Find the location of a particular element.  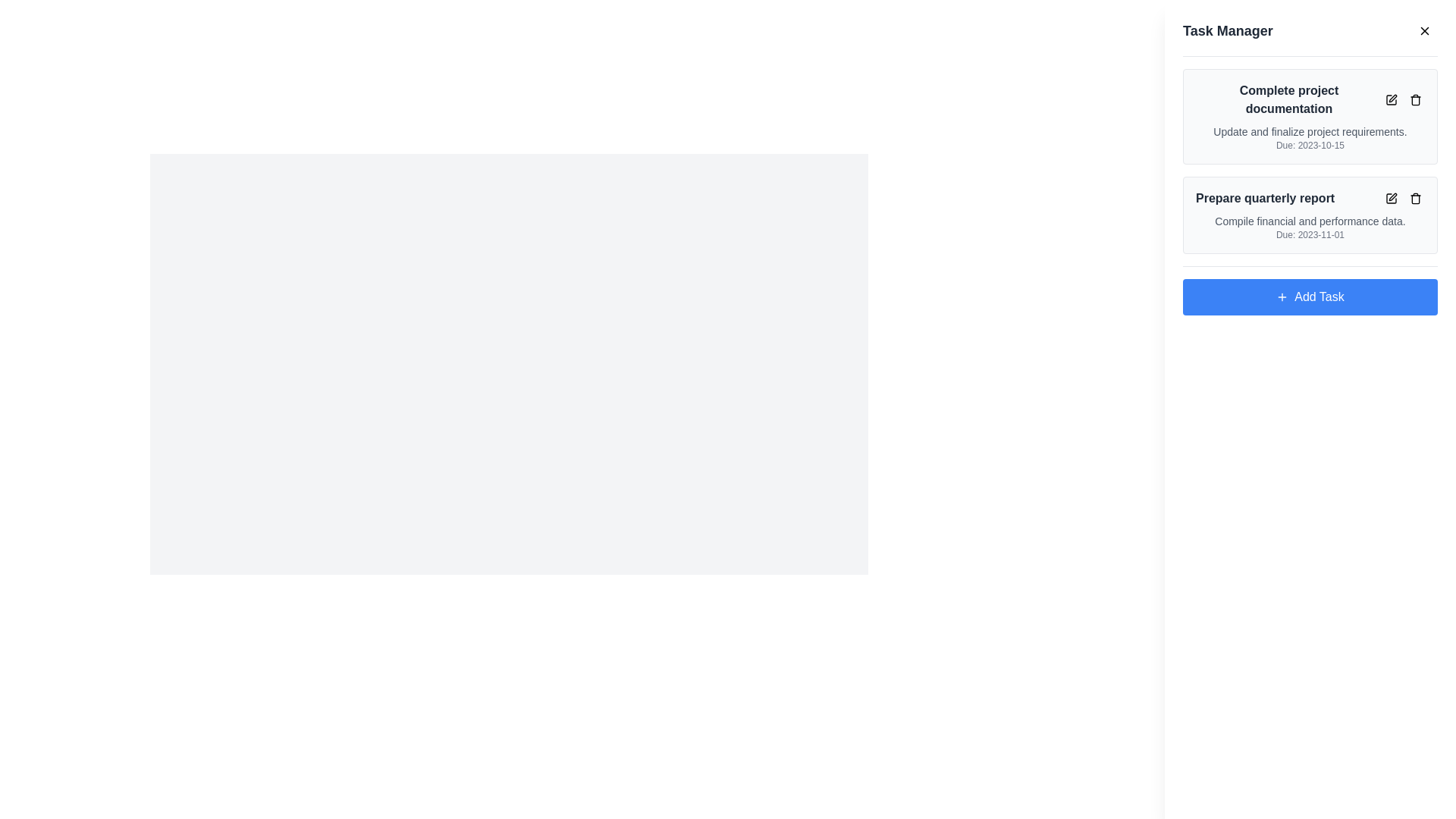

the trash can icon is located at coordinates (1403, 198).